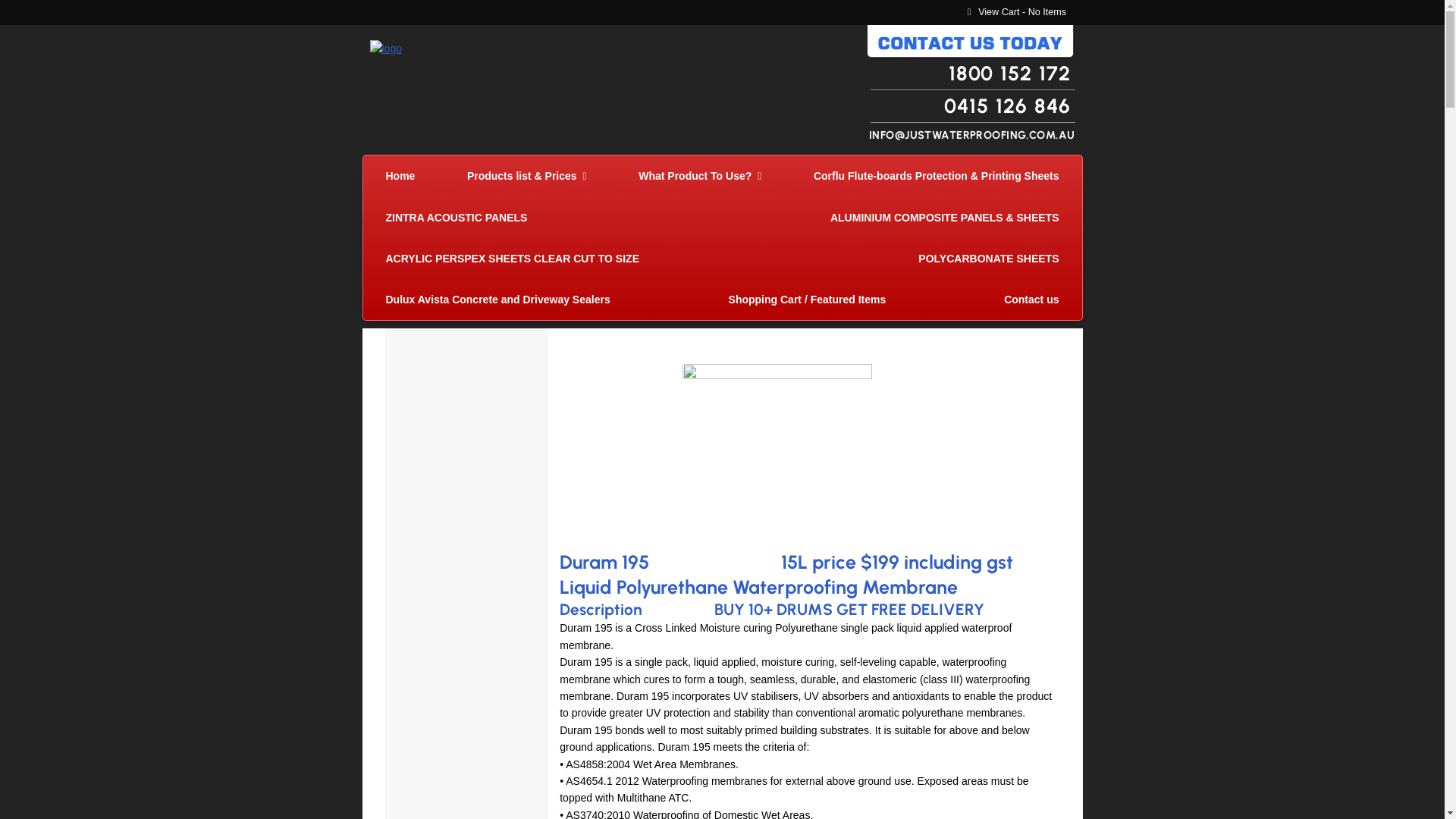  Describe the element at coordinates (988, 257) in the screenshot. I see `'POLYCARBONATE SHEETS'` at that location.